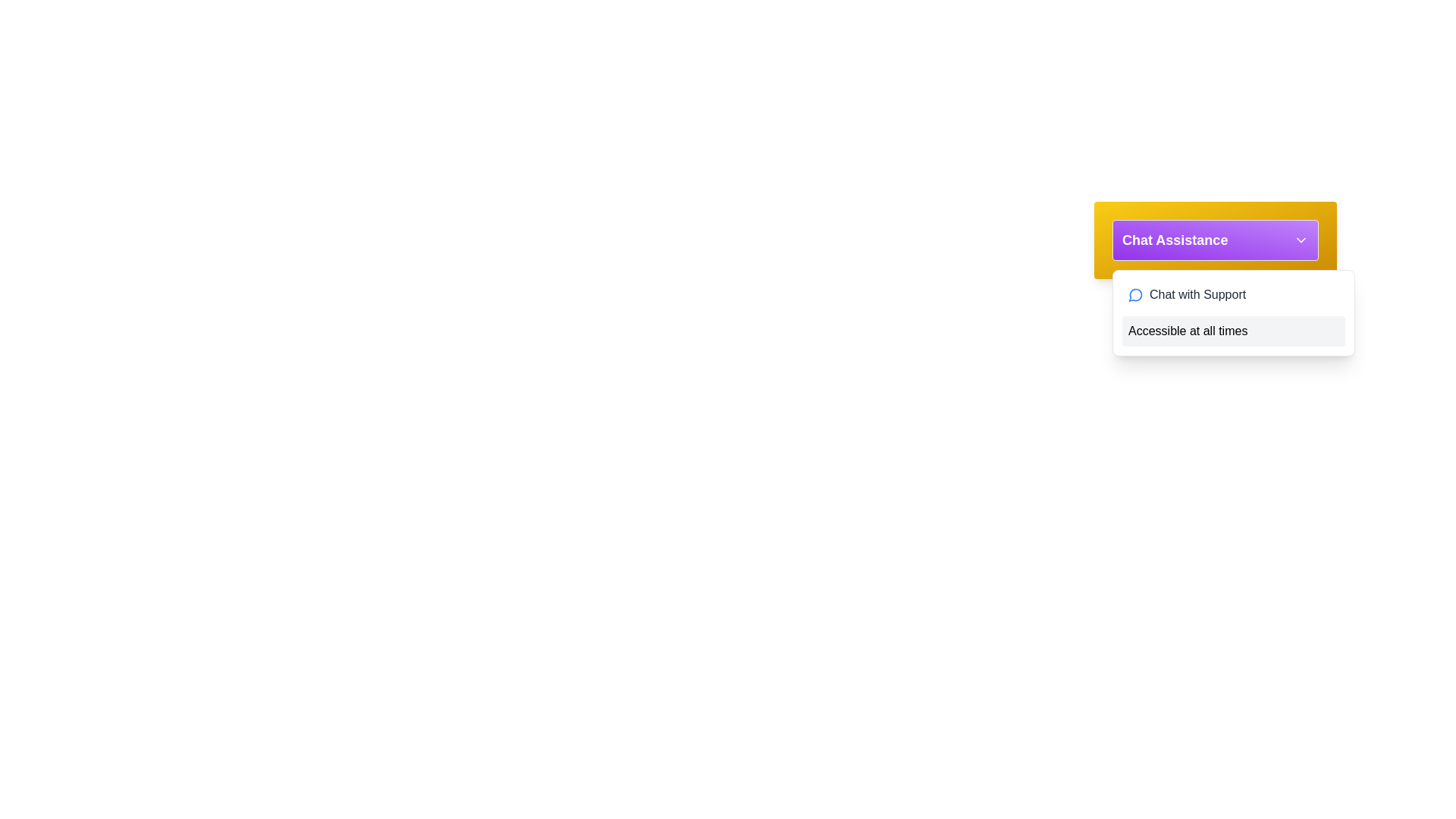 The width and height of the screenshot is (1456, 819). What do you see at coordinates (1234, 330) in the screenshot?
I see `the rectangular text component with a light-gray background that contains the text 'Accessible at all times', which is positioned below the 'Chat with Support' text in the dropdown menu` at bounding box center [1234, 330].